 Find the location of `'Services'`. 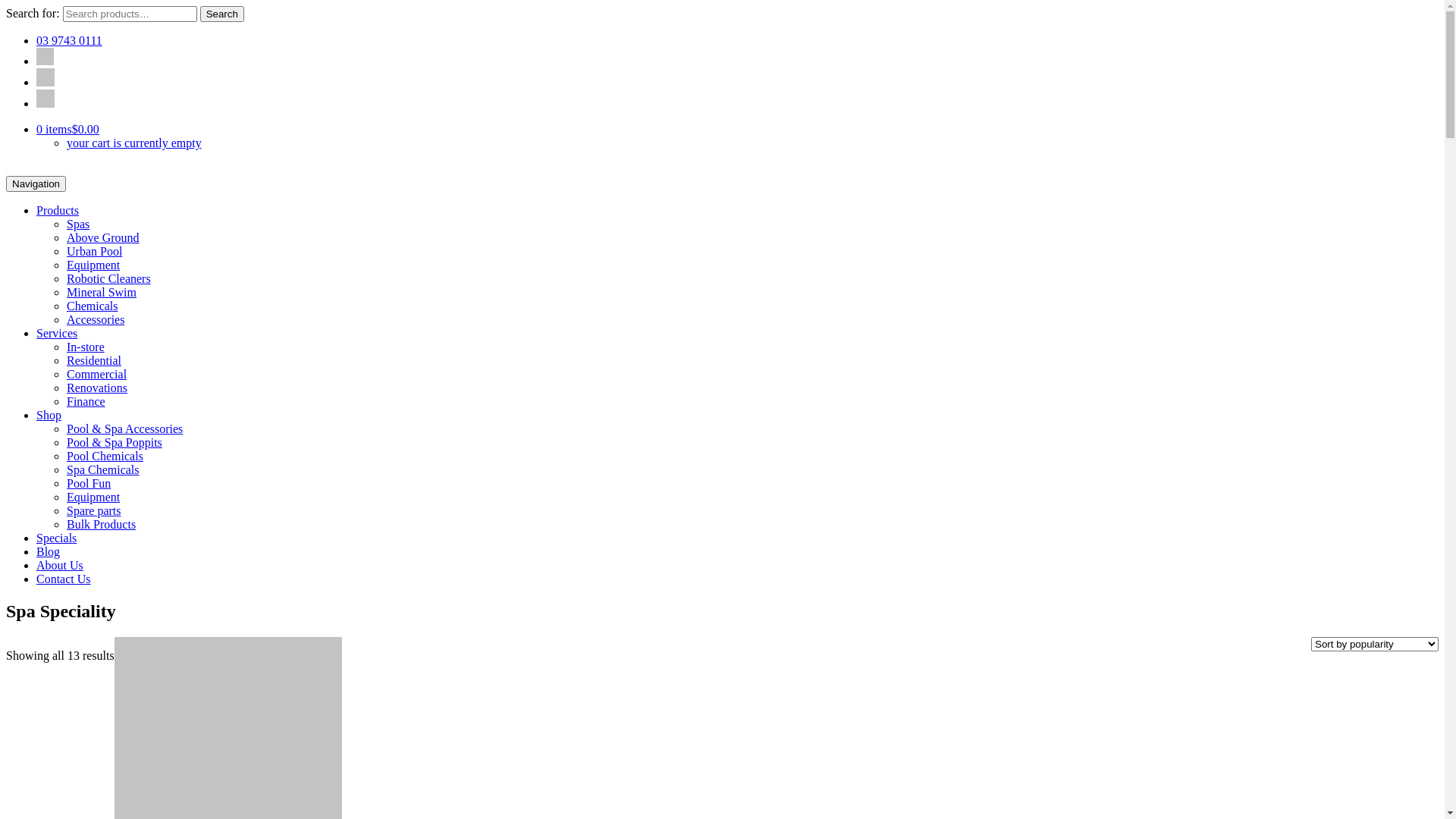

'Services' is located at coordinates (57, 332).